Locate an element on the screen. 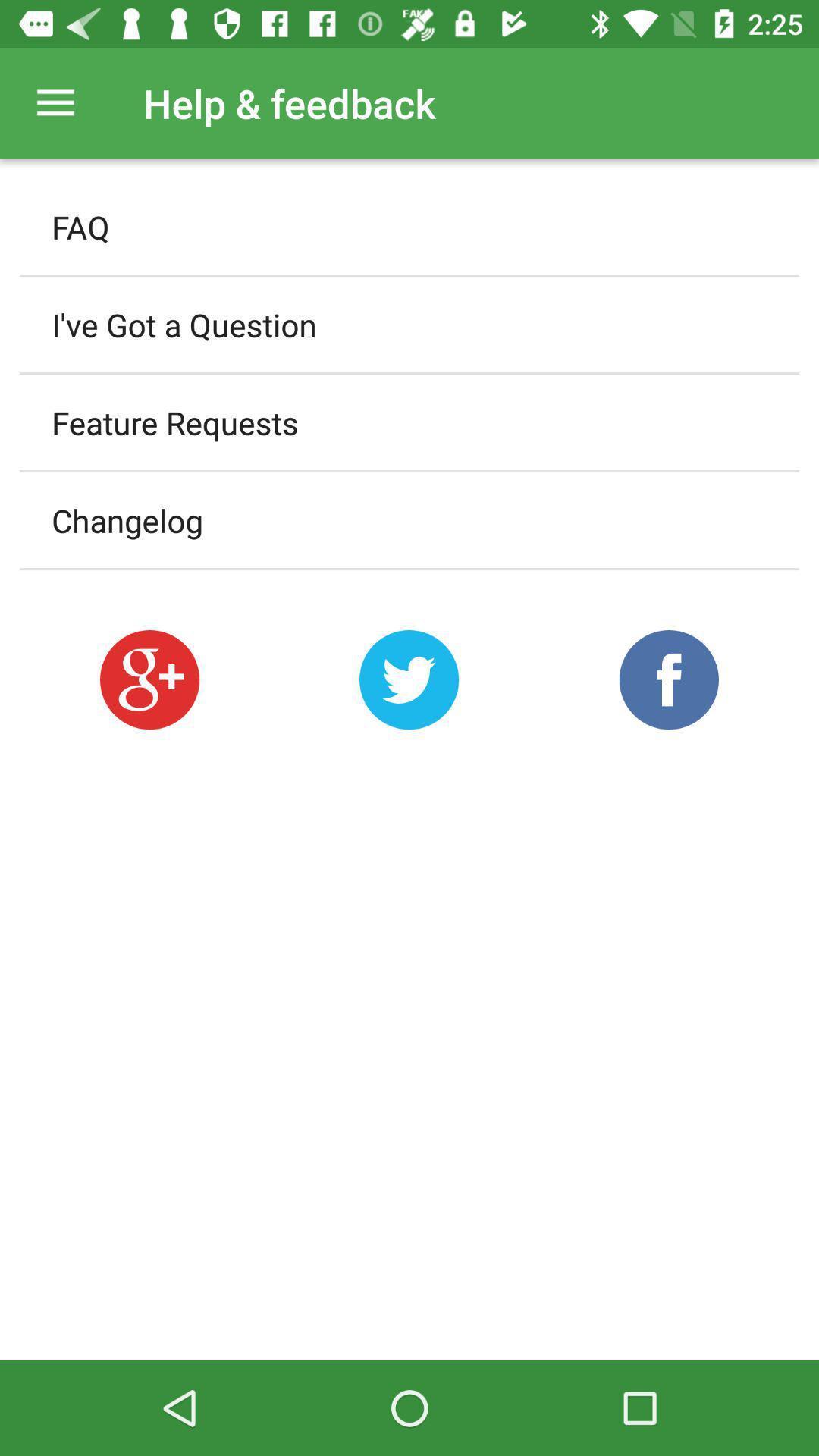 The width and height of the screenshot is (819, 1456). open facebook is located at coordinates (668, 679).